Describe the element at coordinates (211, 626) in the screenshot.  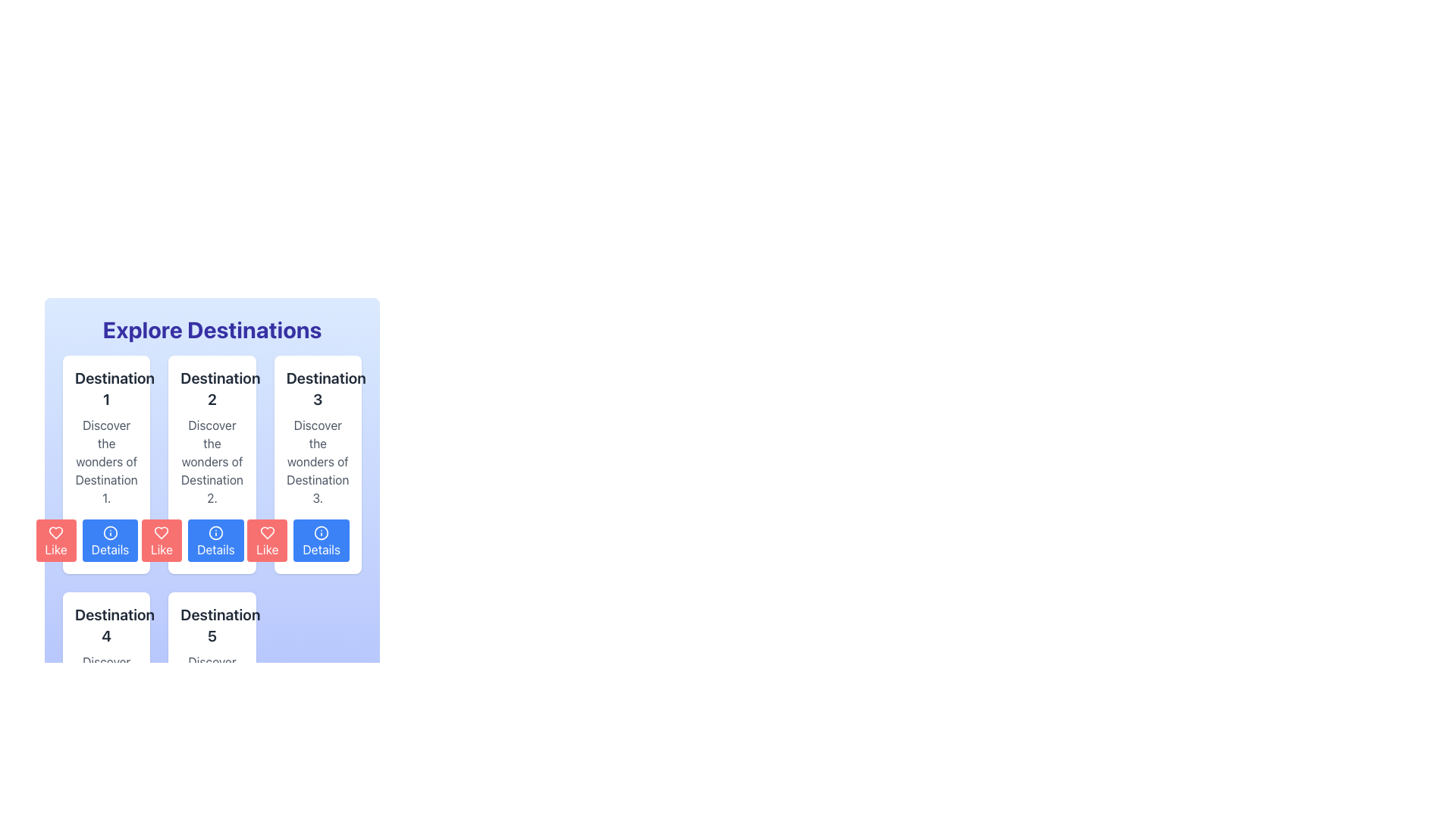
I see `the text label displaying 'Destination 5' which is styled in bold and large dark gray font, located in the lower row of the card grid, specifically within the second card from the left` at that location.